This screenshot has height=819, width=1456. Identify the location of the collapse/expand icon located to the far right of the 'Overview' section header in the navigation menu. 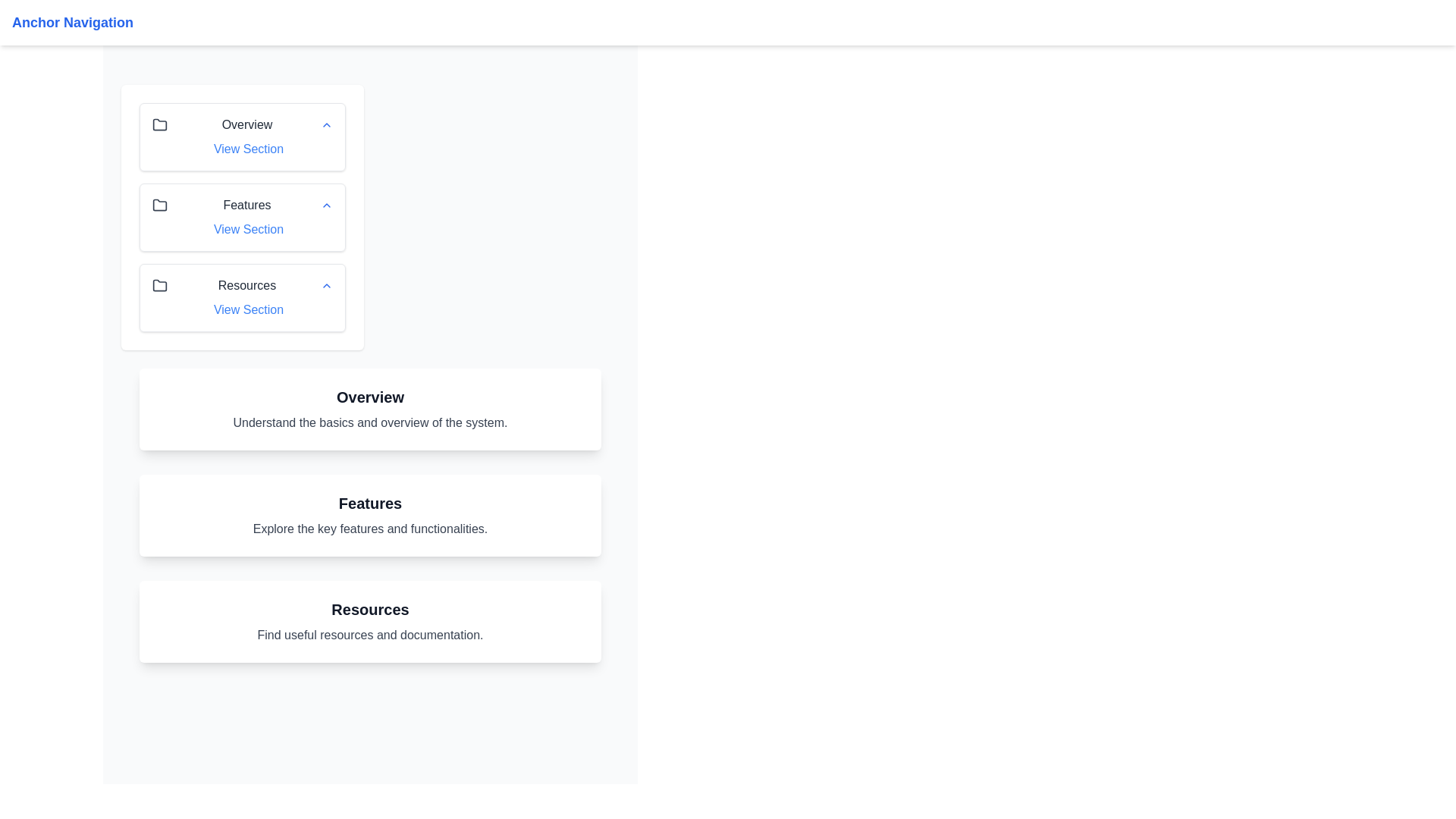
(326, 124).